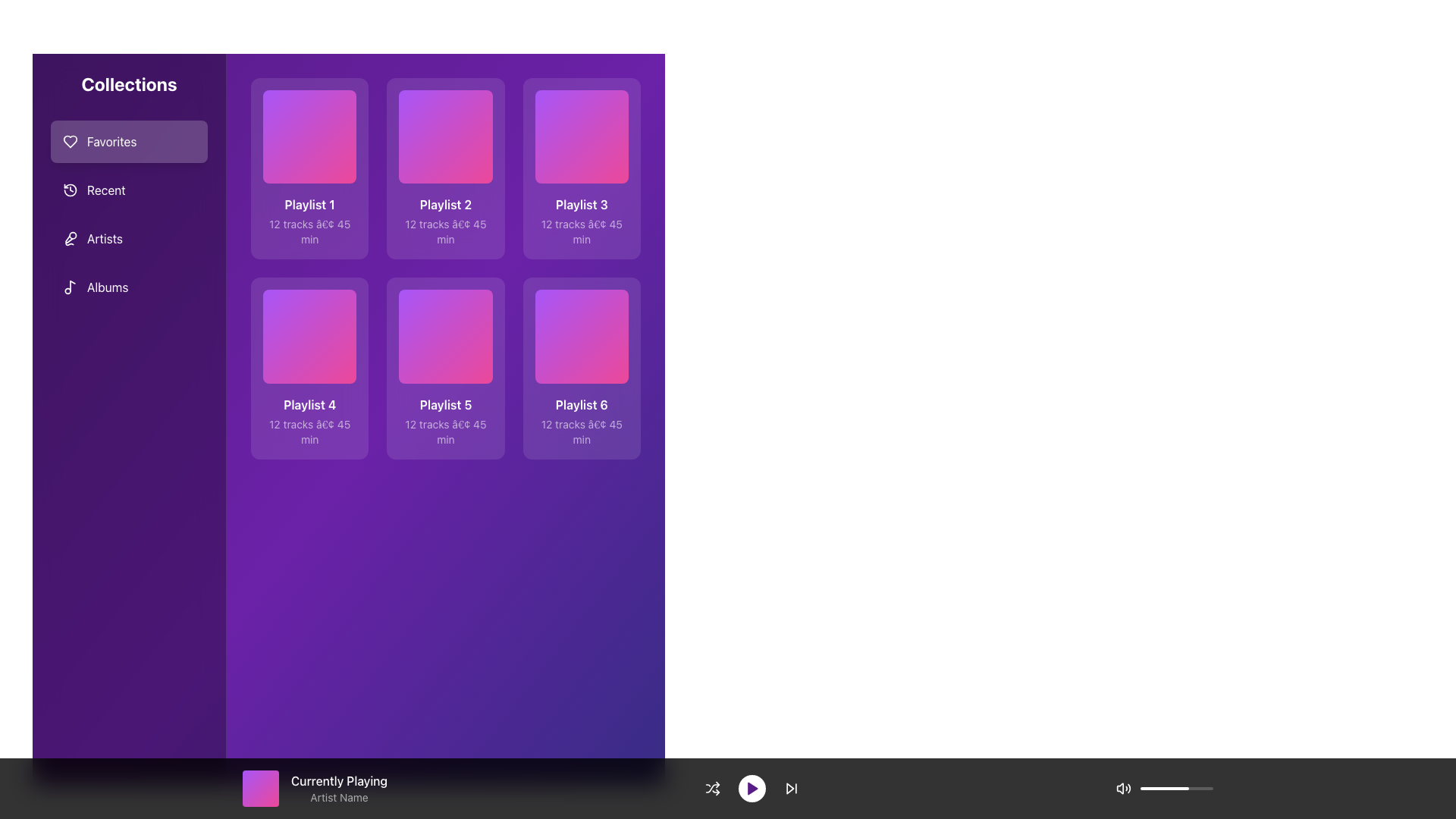  Describe the element at coordinates (444, 431) in the screenshot. I see `the text label displaying '12 tracks • 45 min' located beneath the 'Playlist 5' label within the playlist card` at that location.